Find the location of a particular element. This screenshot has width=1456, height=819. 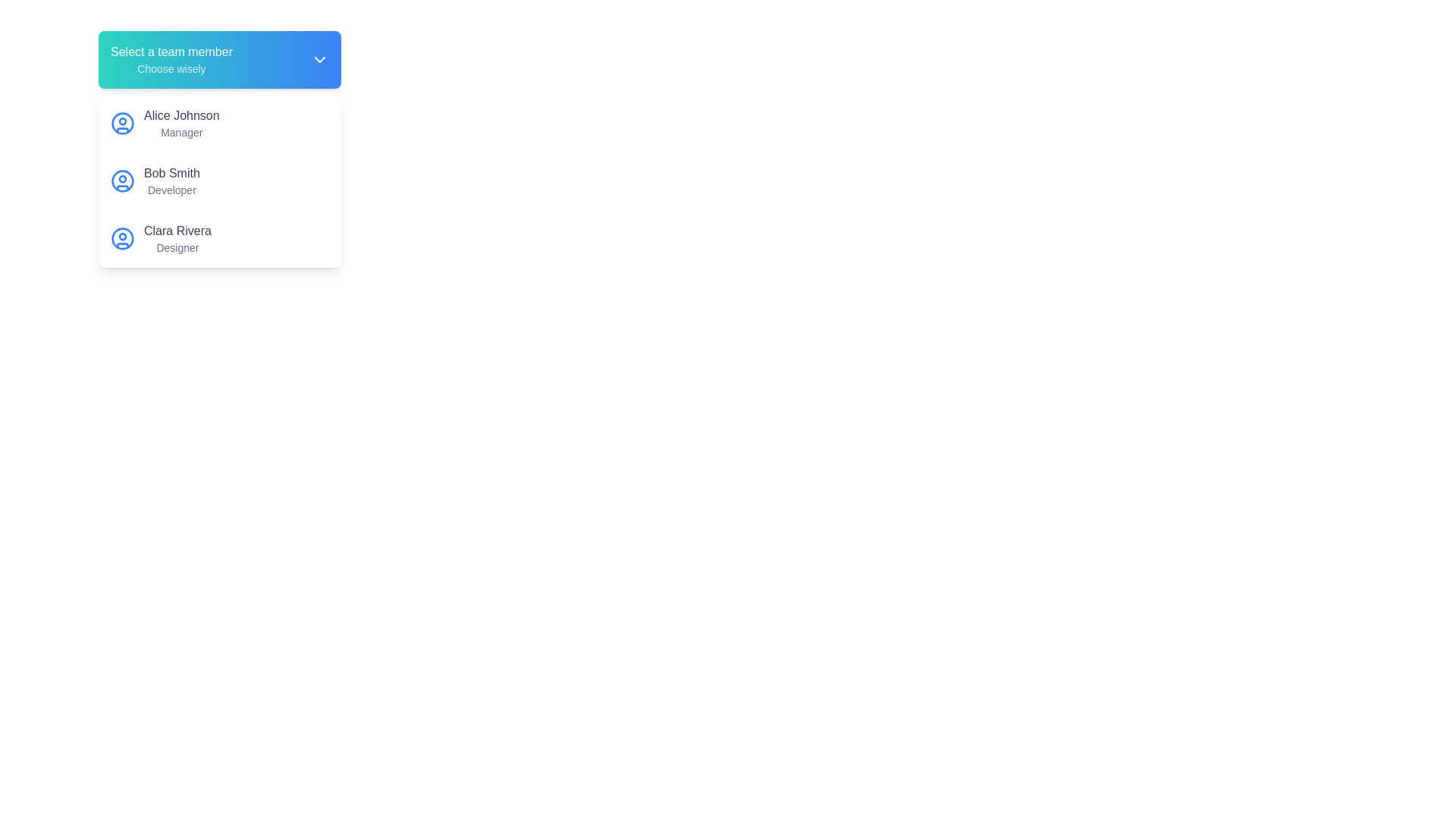

the guidance Text label positioned below 'Select a team member' in the top-left region of the interface is located at coordinates (171, 69).